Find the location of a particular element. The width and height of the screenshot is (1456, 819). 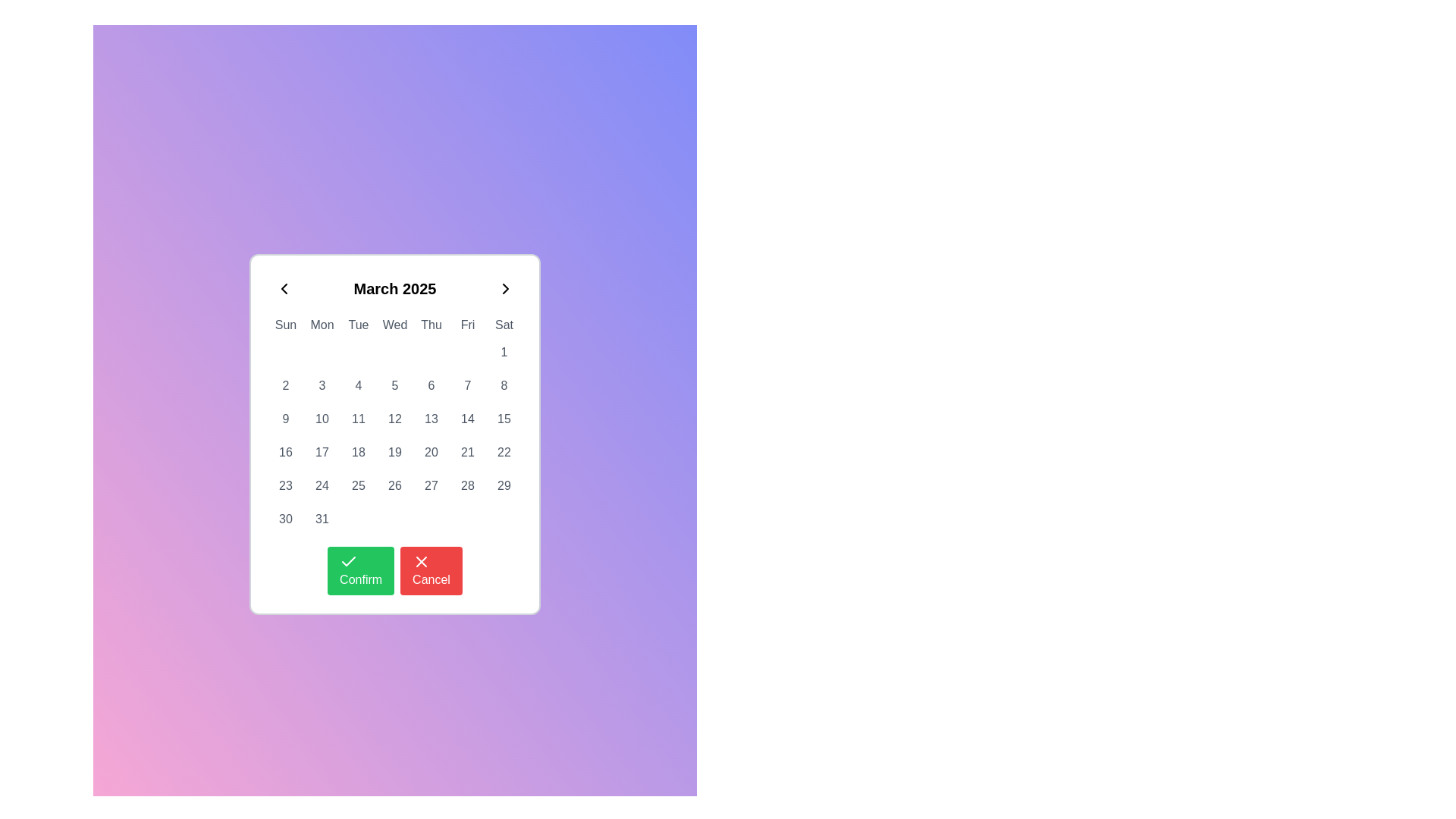

the selectable date button representing the 25th day of the month in the calendar interface is located at coordinates (358, 485).